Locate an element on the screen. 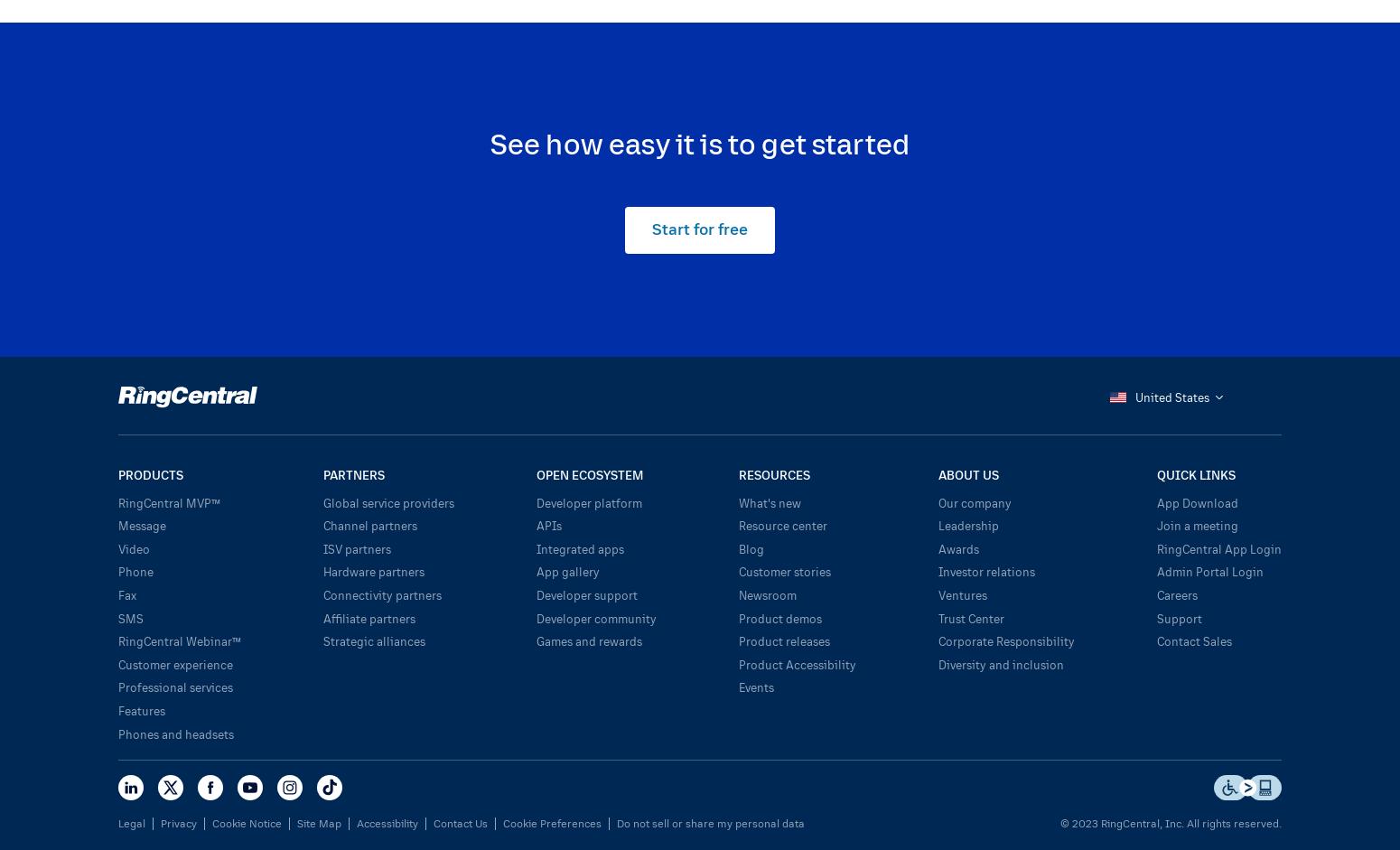 The height and width of the screenshot is (850, 1400). 'See how easy it is to get started' is located at coordinates (699, 141).